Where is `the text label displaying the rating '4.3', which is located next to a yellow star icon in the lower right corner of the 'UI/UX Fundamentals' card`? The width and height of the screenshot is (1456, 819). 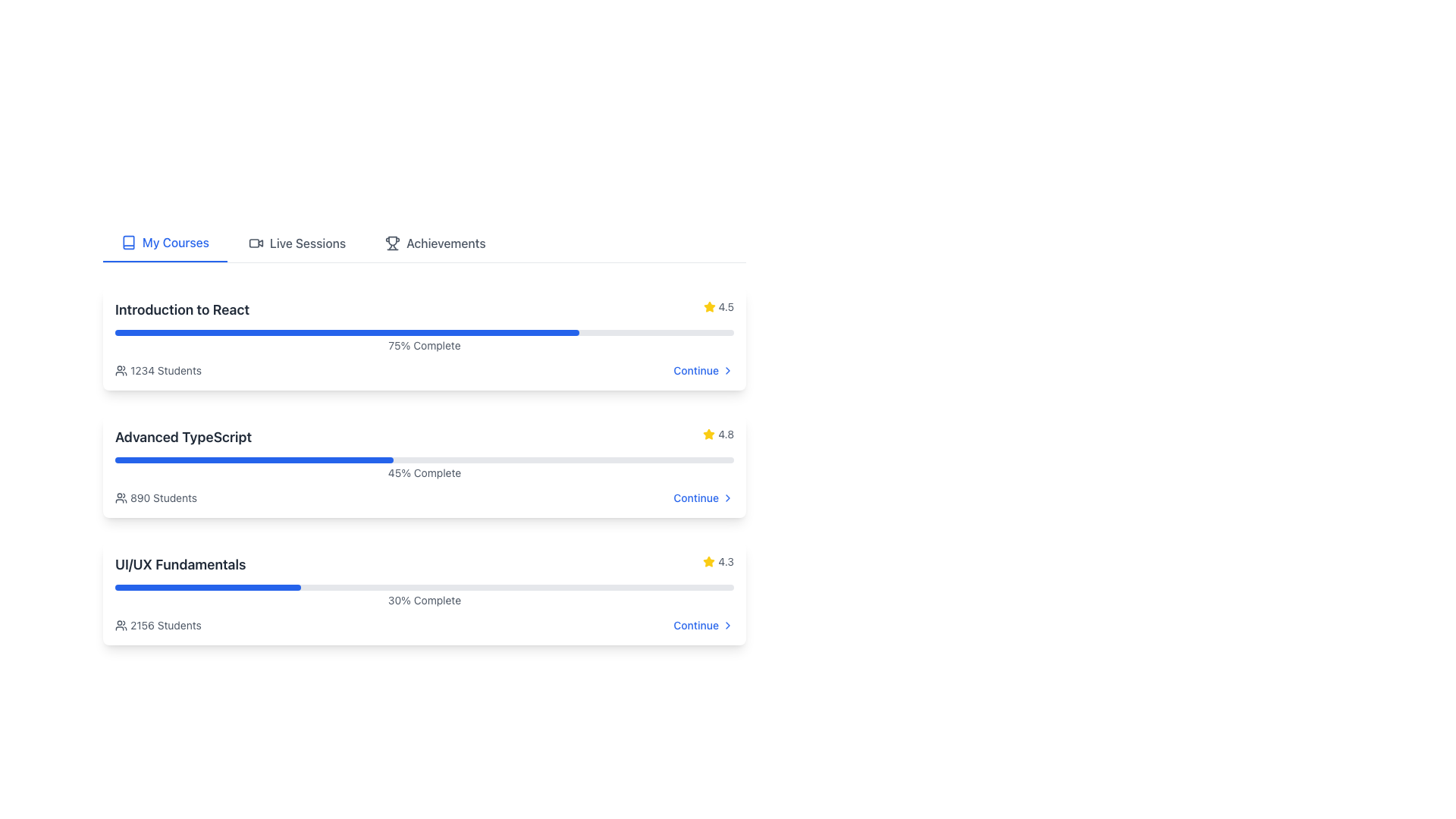 the text label displaying the rating '4.3', which is located next to a yellow star icon in the lower right corner of the 'UI/UX Fundamentals' card is located at coordinates (717, 561).